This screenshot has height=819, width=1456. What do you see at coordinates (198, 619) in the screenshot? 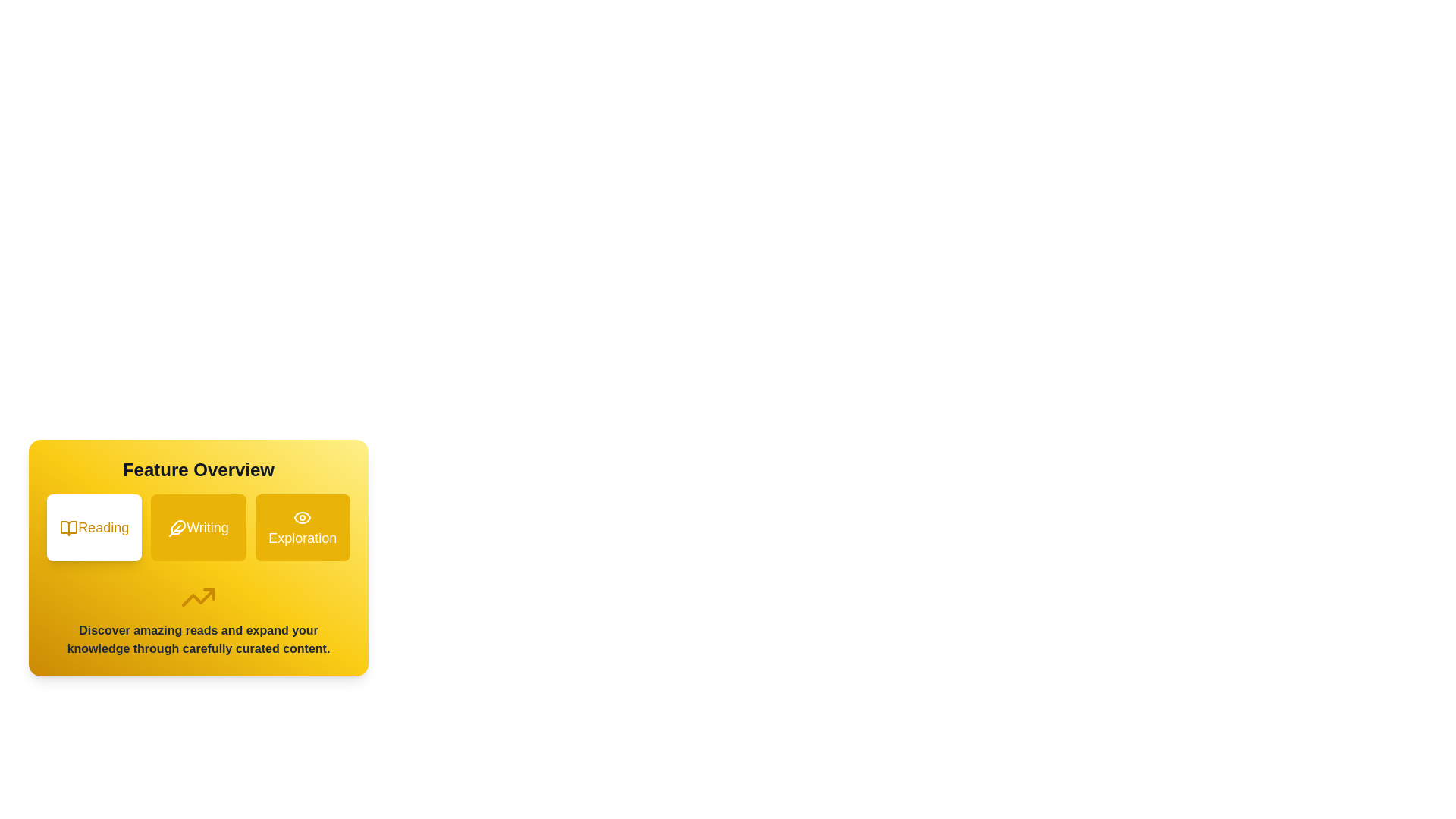
I see `the text block that contains the content 'Discover amazing reads and expand your knowledge through carefully curated content.' This element is styled with centered alignment in gray font over a gradient yellow background, positioned beneath an upward trending arrow icon` at bounding box center [198, 619].